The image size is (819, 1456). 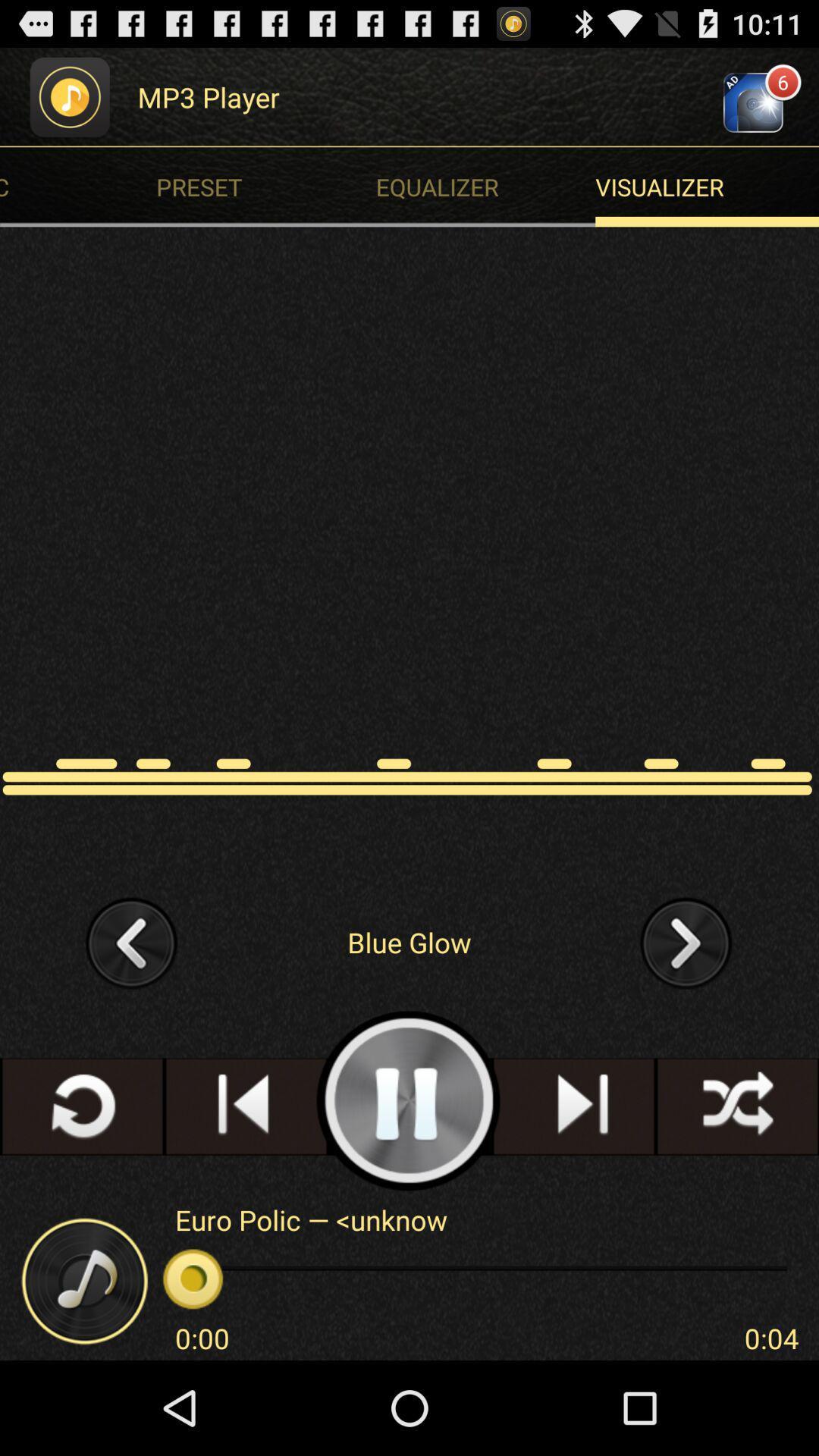 I want to click on the arrow_backward icon, so click(x=131, y=1008).